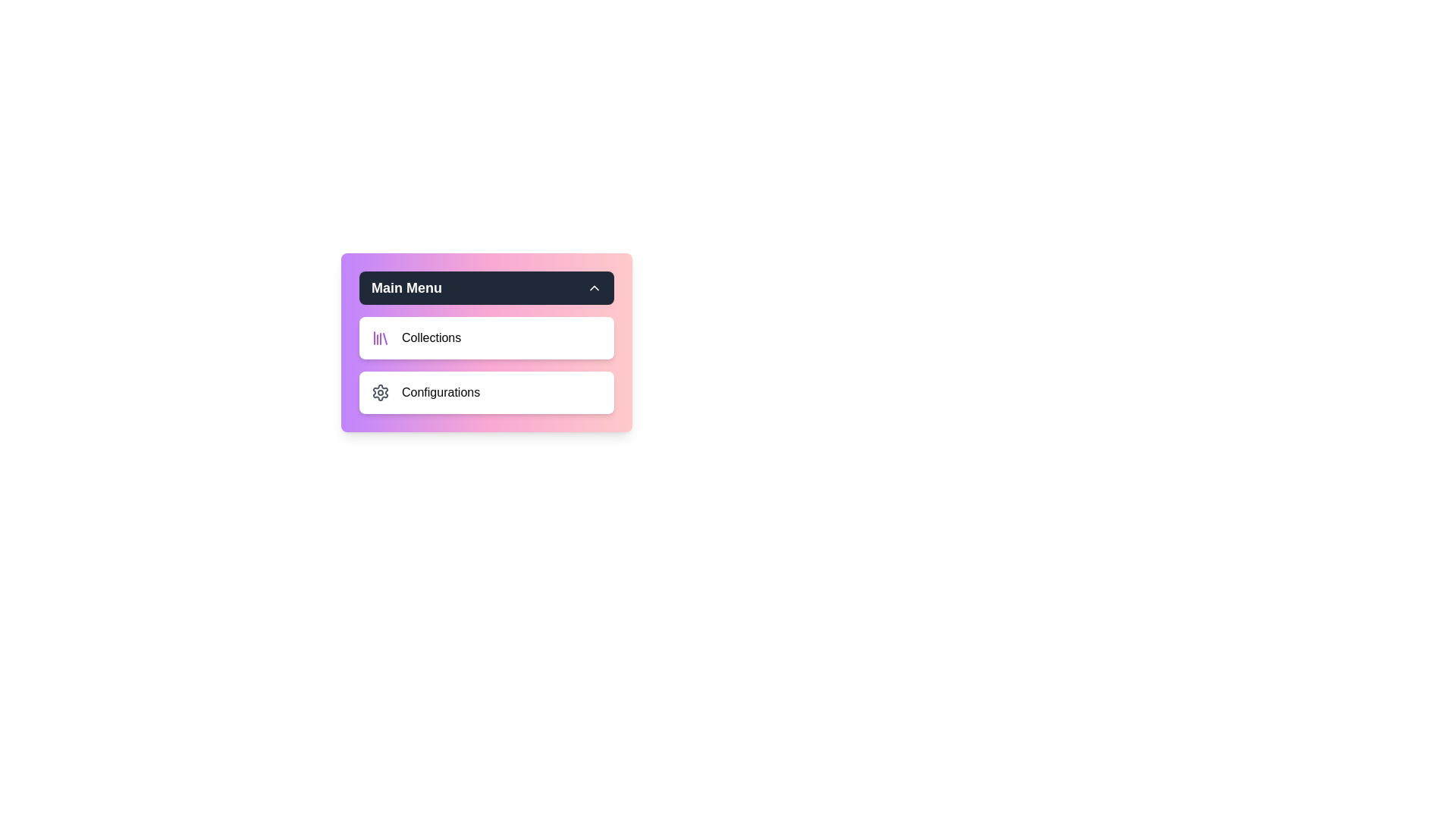  I want to click on the gear-shaped settings icon located at the bottom right of the 'Configurations' option in the menu, so click(381, 391).